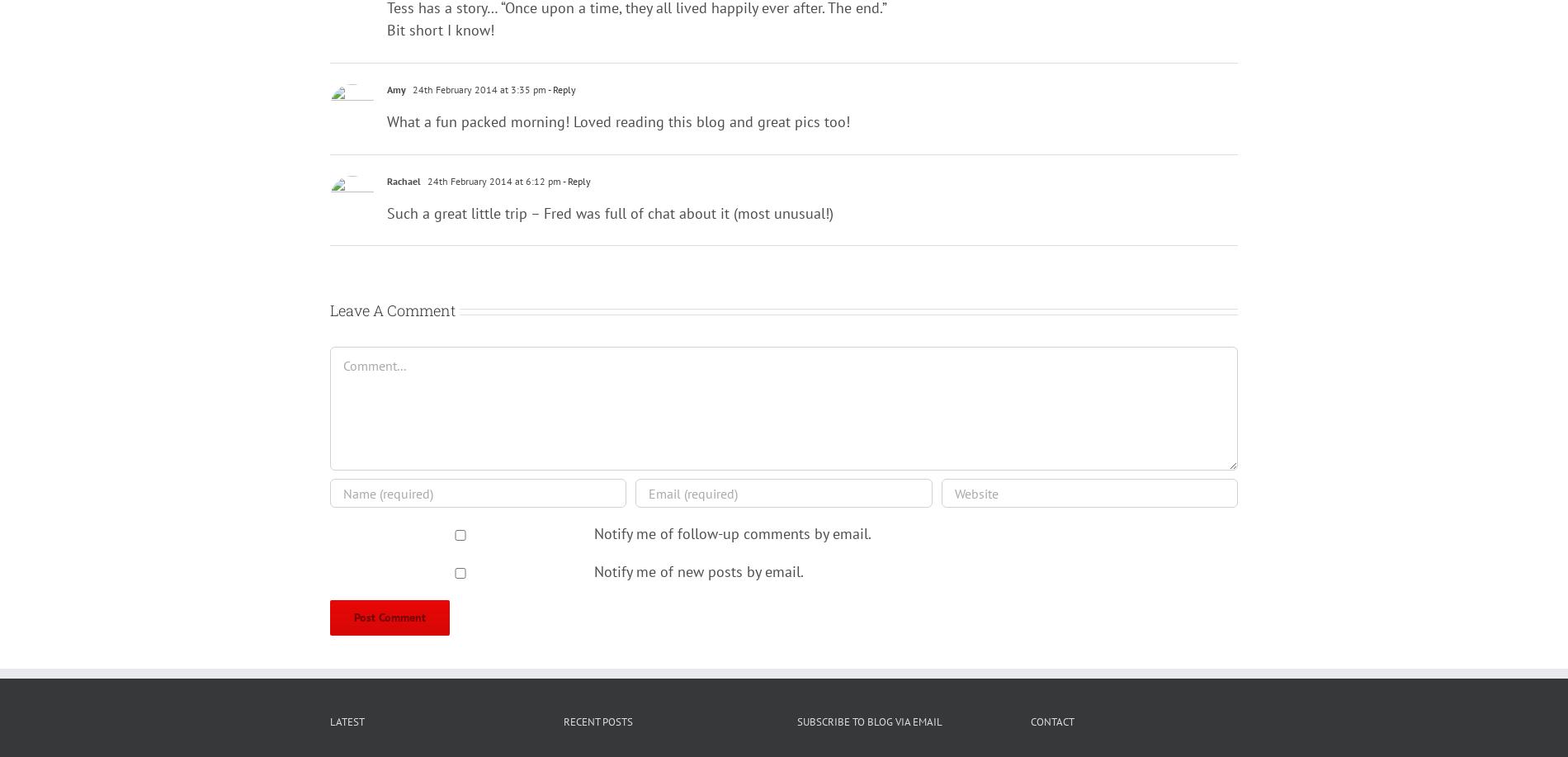  Describe the element at coordinates (1051, 720) in the screenshot. I see `'Contact'` at that location.